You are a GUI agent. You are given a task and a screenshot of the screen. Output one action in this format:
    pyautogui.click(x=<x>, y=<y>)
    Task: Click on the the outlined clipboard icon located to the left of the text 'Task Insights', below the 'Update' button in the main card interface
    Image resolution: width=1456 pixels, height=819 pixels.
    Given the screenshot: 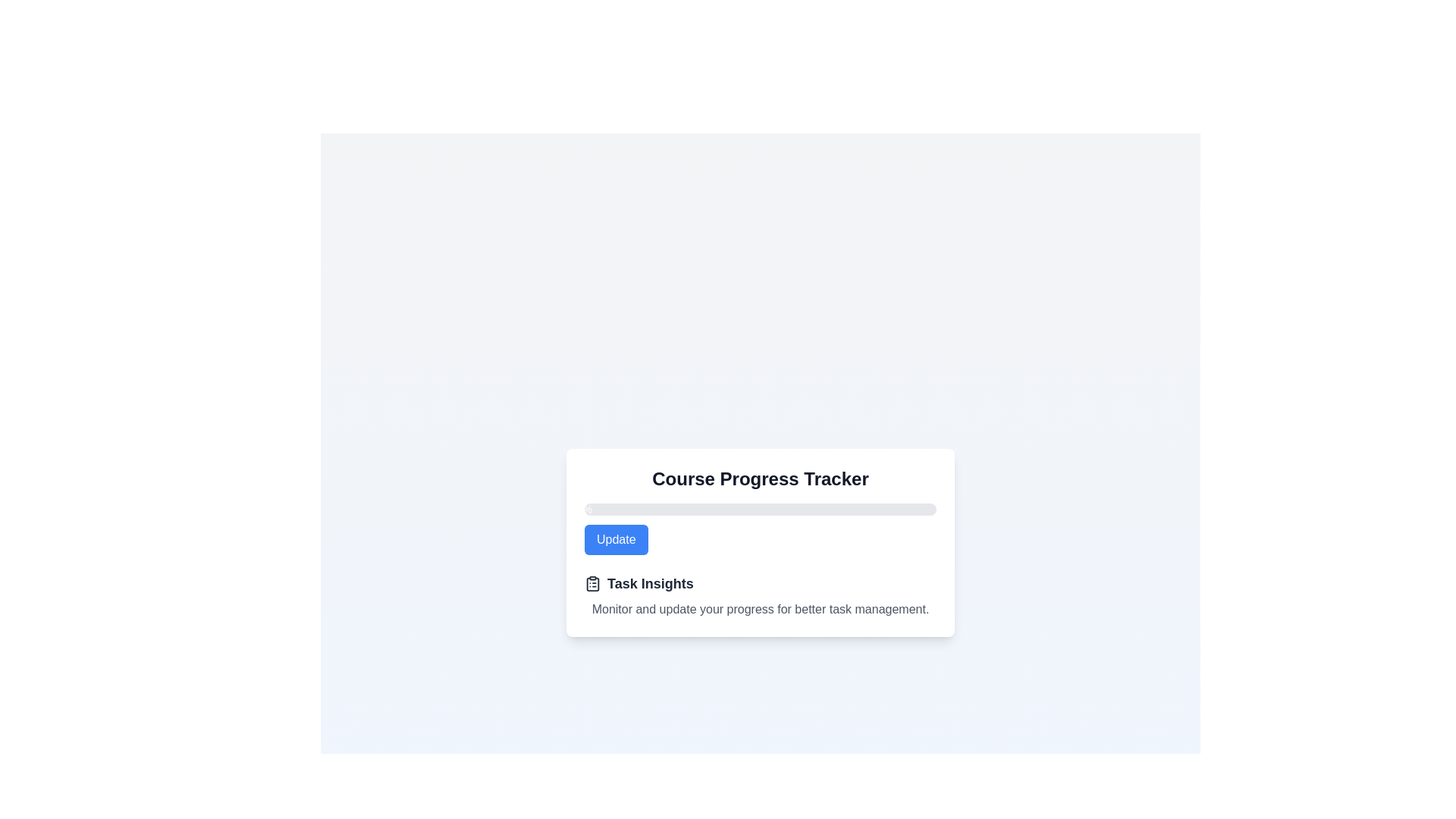 What is the action you would take?
    pyautogui.click(x=592, y=583)
    